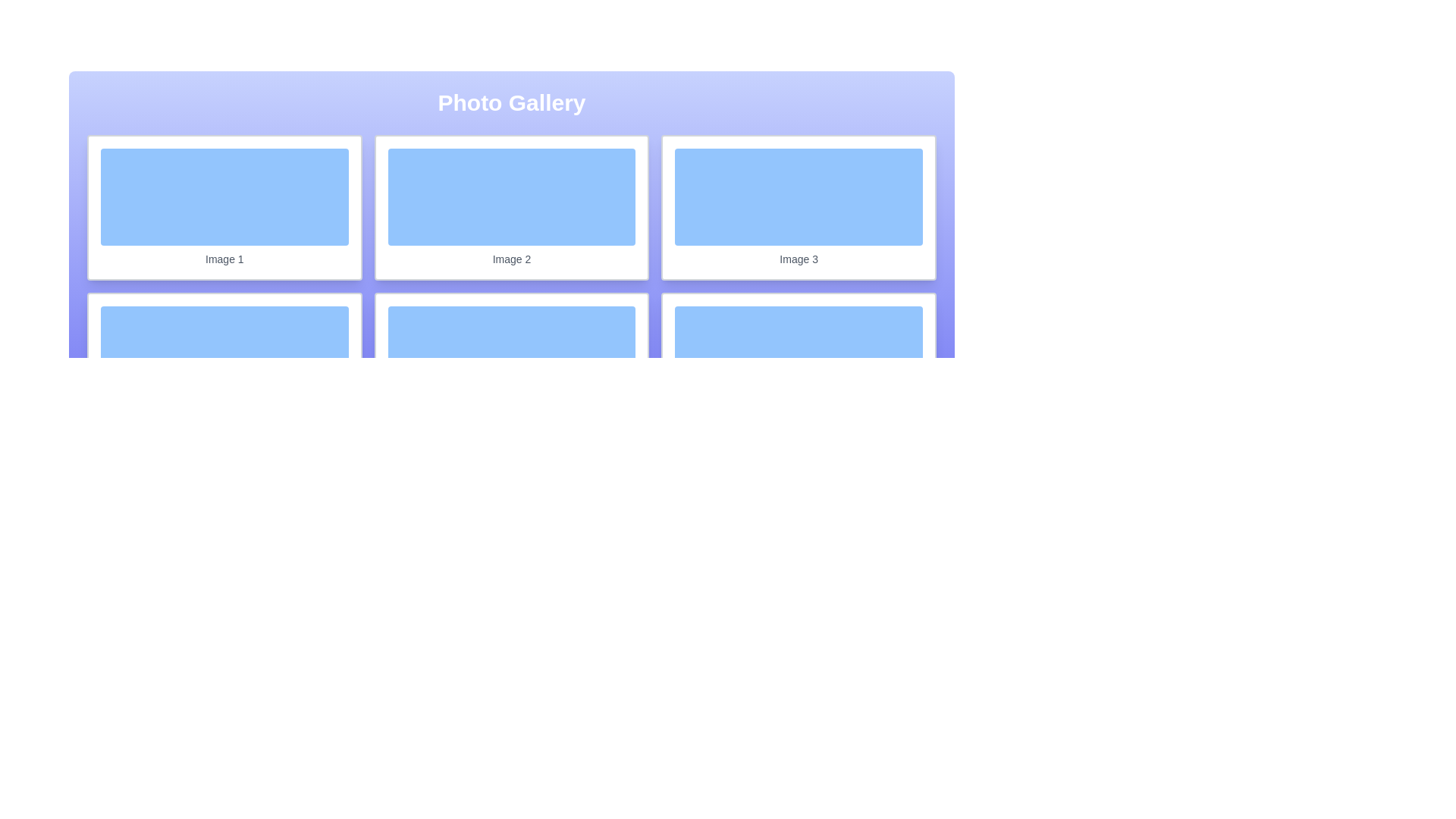  What do you see at coordinates (512, 207) in the screenshot?
I see `the image display card component, which is the second item in the first row of a grid layout, for interaction` at bounding box center [512, 207].